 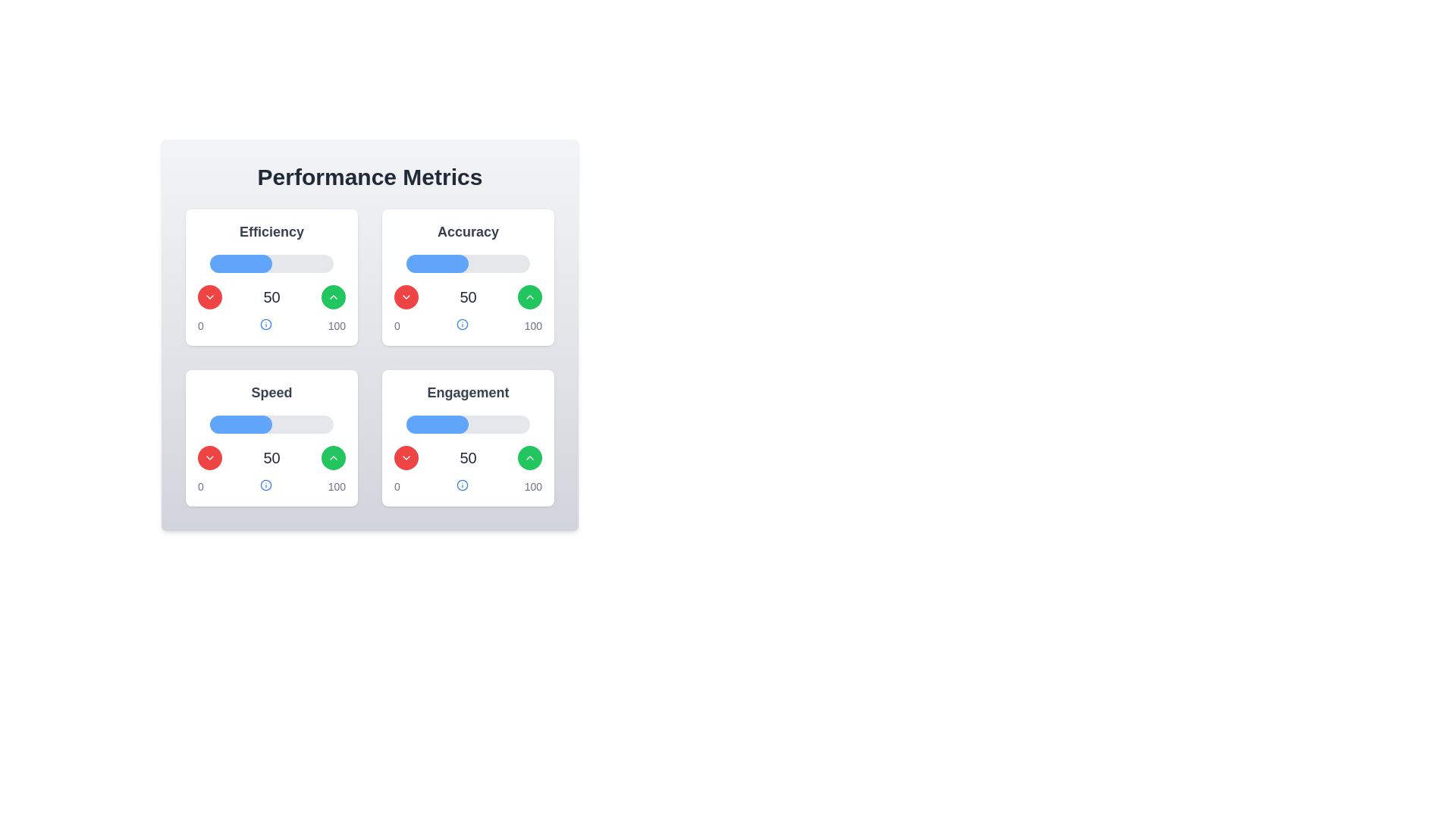 What do you see at coordinates (336, 486) in the screenshot?
I see `the static text numeral '100' displayed in grey color at the bottom-right of the performance metrics section under 'Engagement'` at bounding box center [336, 486].